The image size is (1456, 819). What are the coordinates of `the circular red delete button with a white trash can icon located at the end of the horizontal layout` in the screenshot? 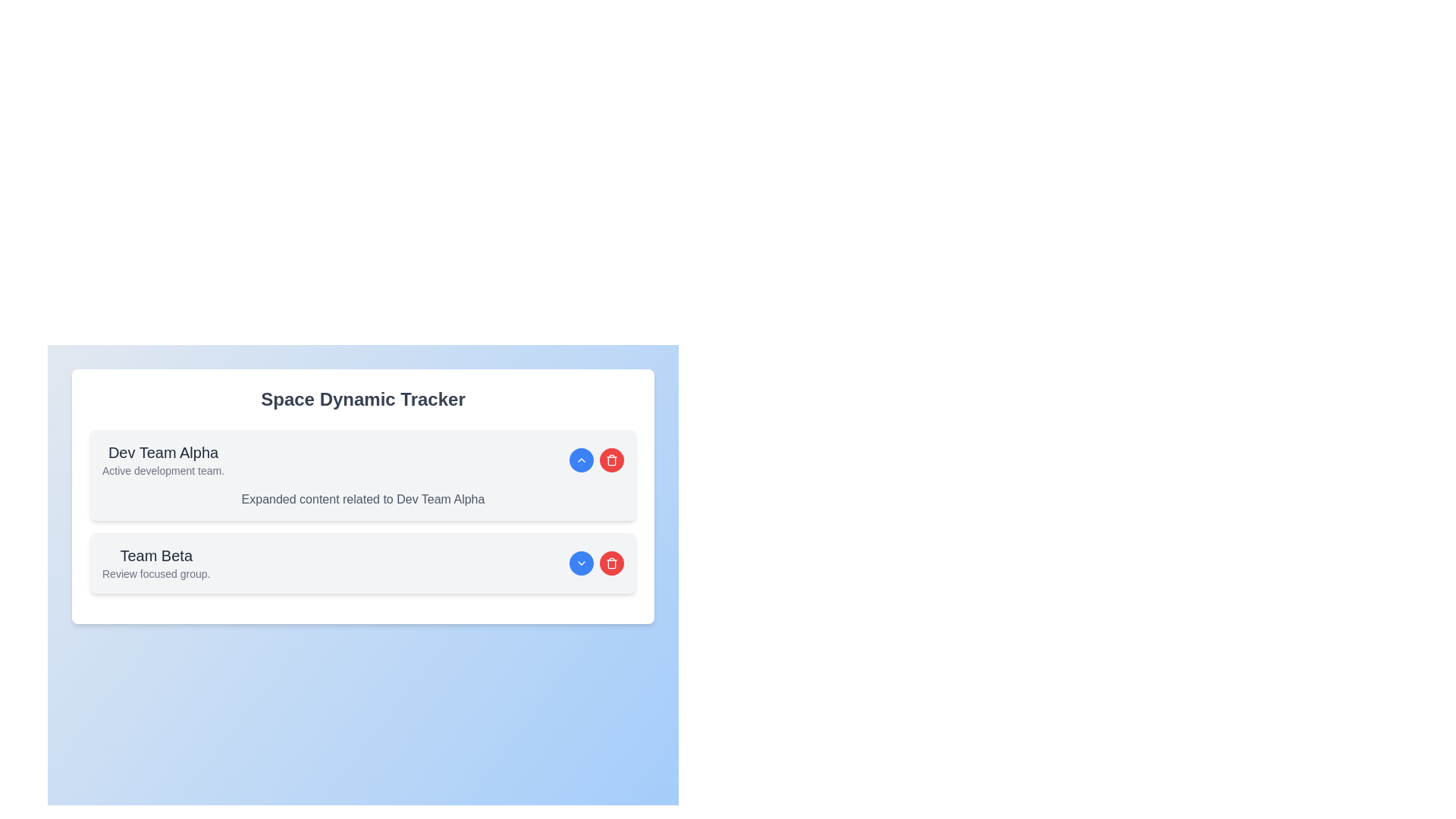 It's located at (611, 563).